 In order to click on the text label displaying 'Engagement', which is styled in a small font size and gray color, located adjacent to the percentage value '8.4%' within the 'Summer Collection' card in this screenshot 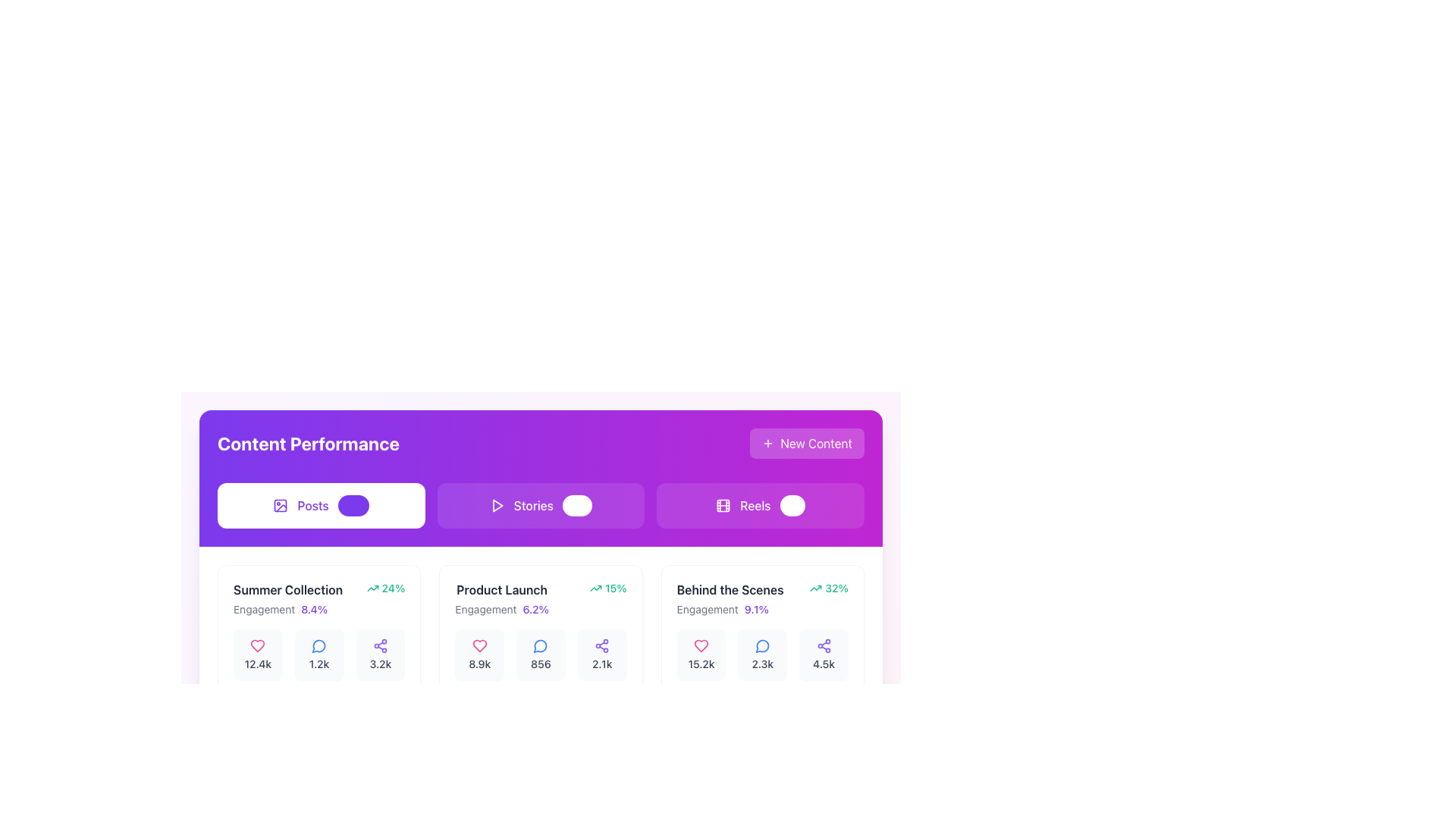, I will do `click(264, 608)`.